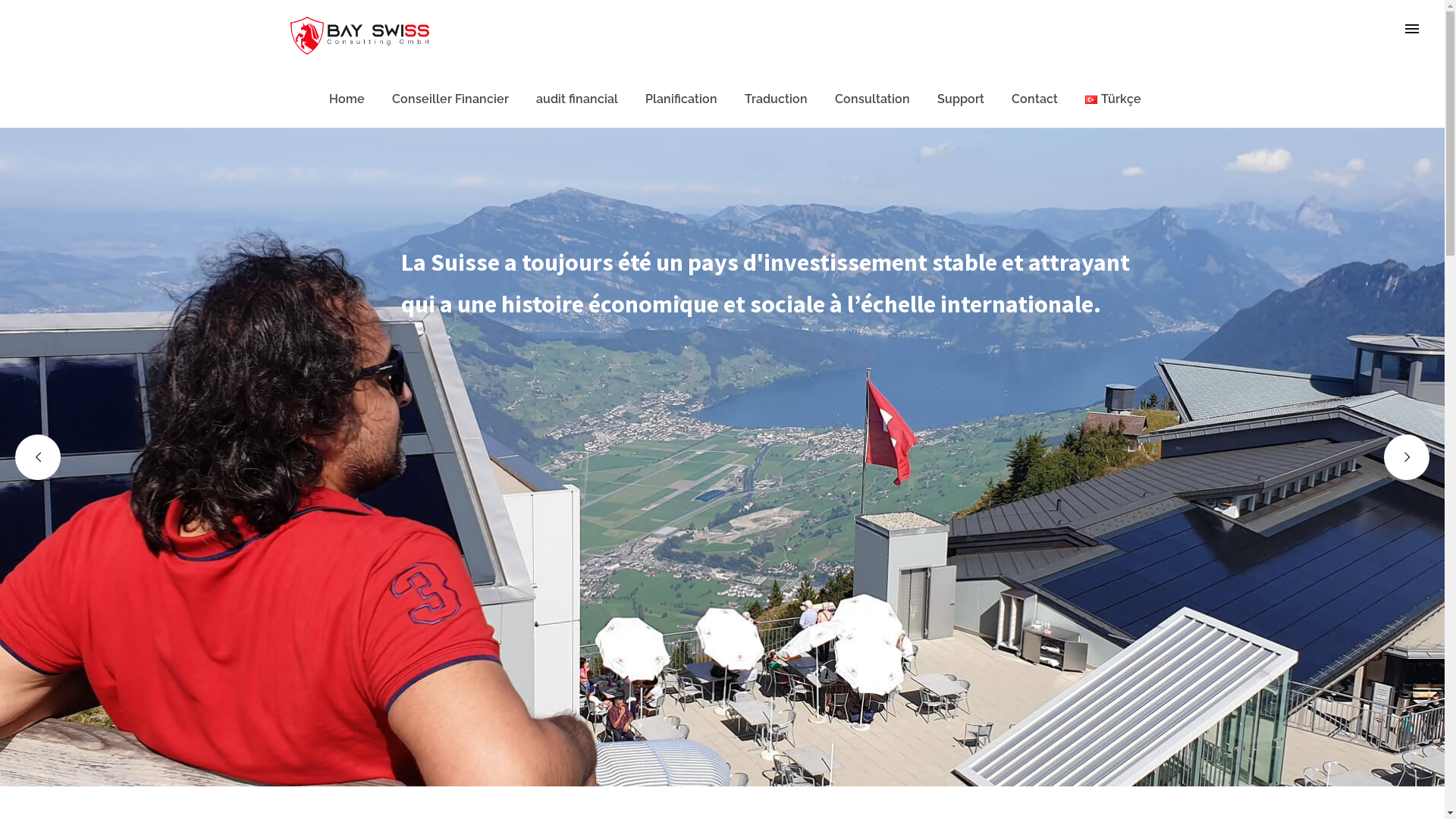  Describe the element at coordinates (576, 99) in the screenshot. I see `'audit financial'` at that location.